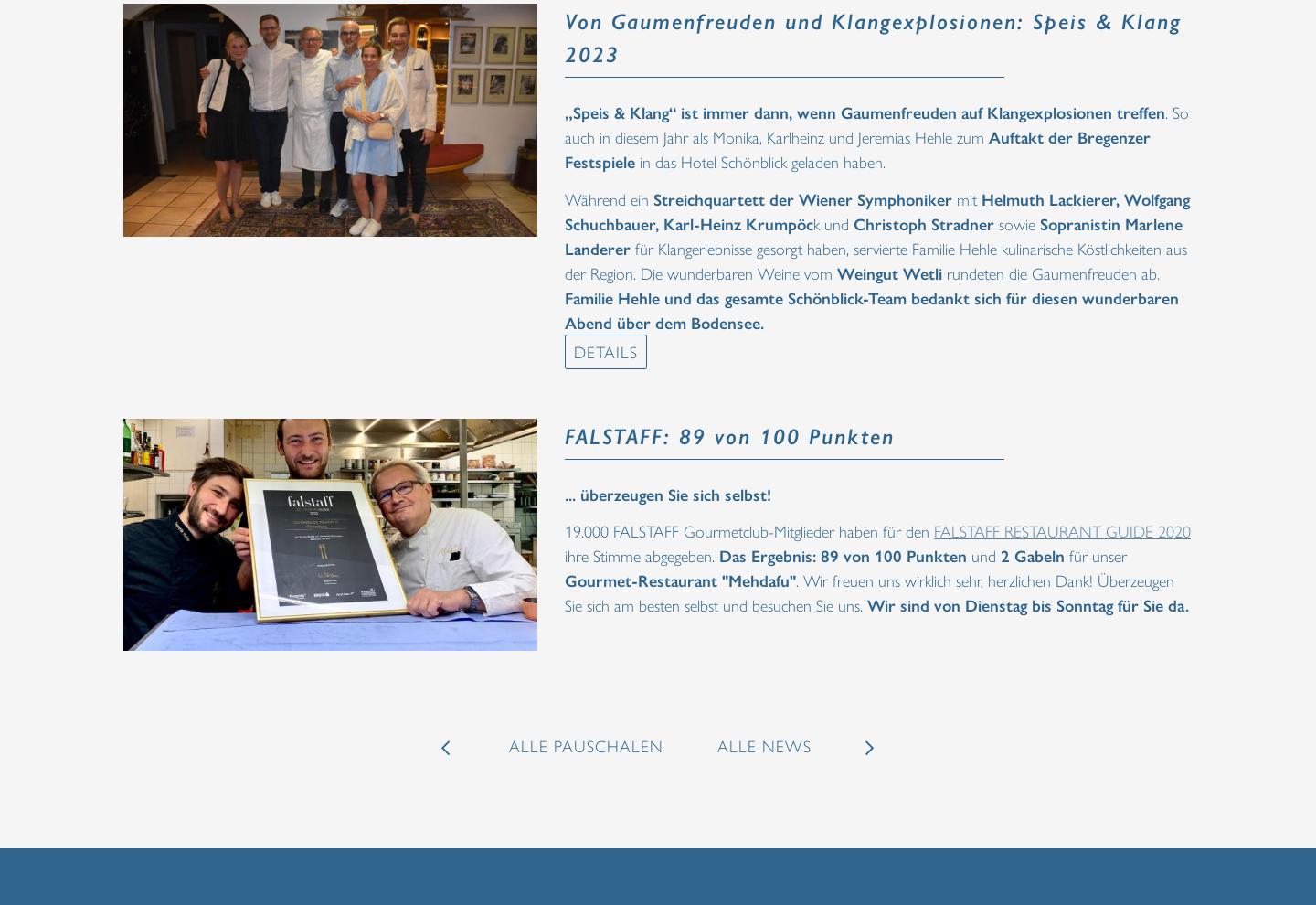  I want to click on 'rundeten die Gaumenfreuden ab.', so click(1053, 271).